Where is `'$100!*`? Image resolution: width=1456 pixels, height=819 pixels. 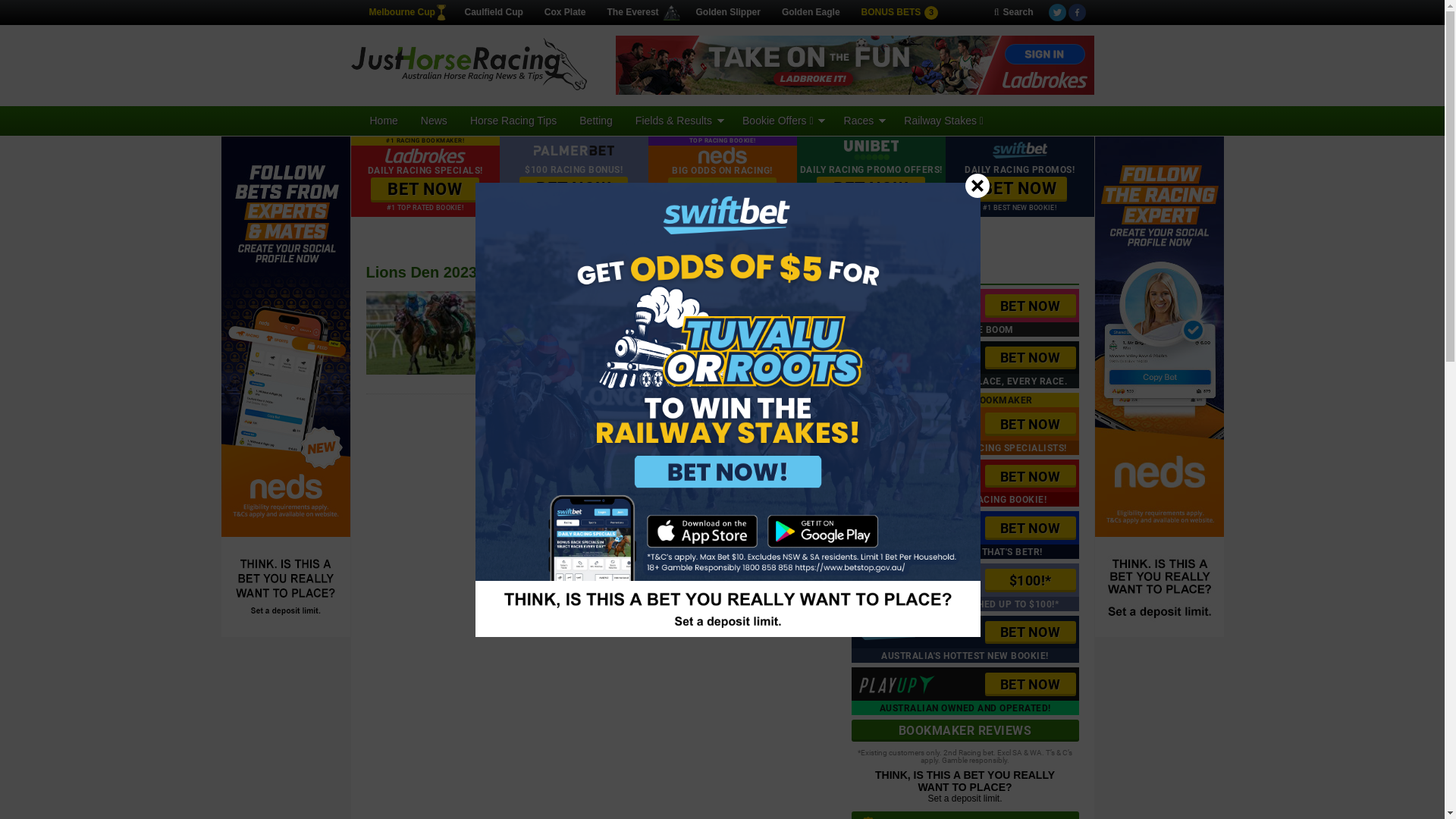
'$100!* is located at coordinates (964, 586).